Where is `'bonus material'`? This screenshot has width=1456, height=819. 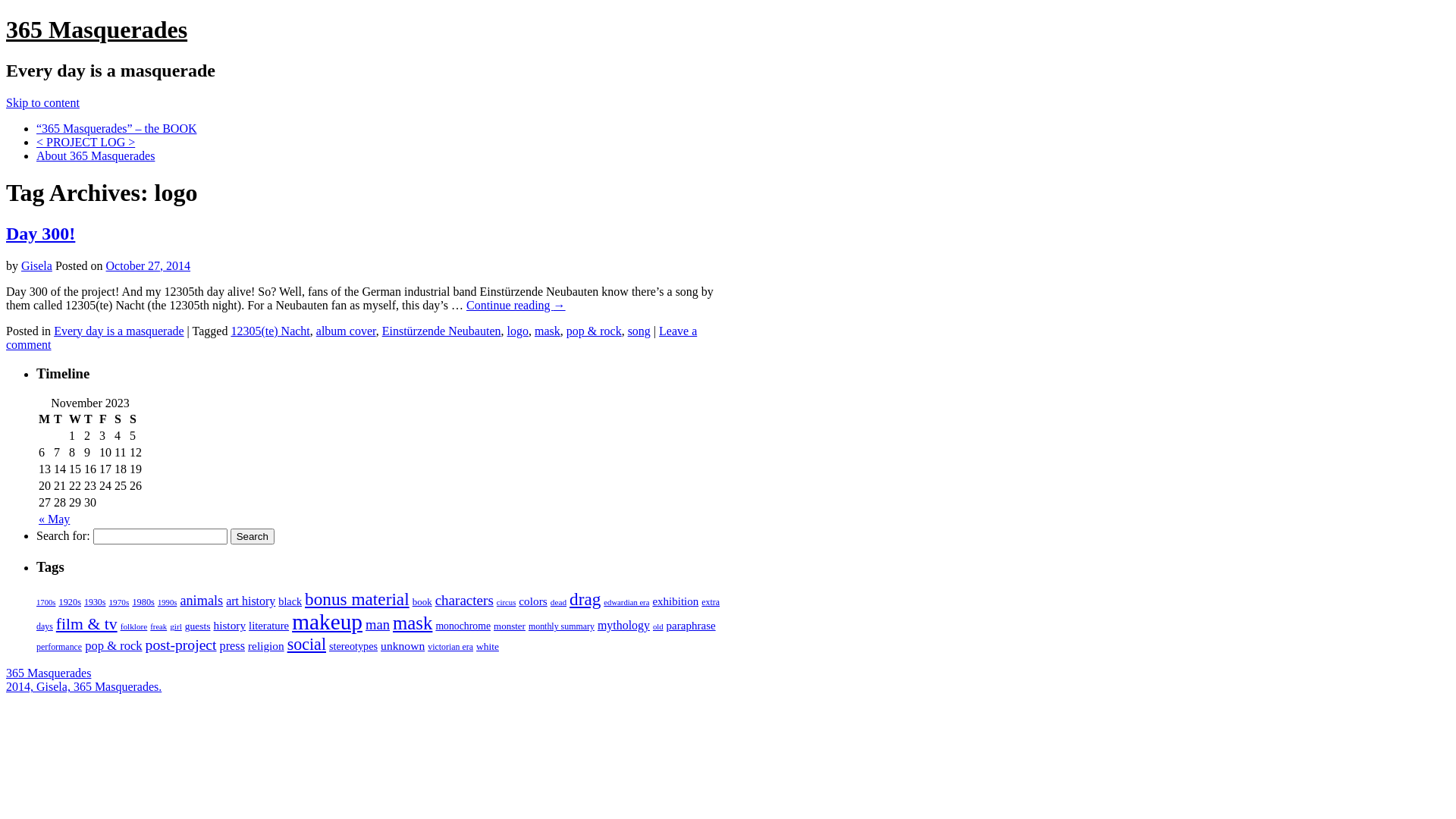 'bonus material' is located at coordinates (304, 598).